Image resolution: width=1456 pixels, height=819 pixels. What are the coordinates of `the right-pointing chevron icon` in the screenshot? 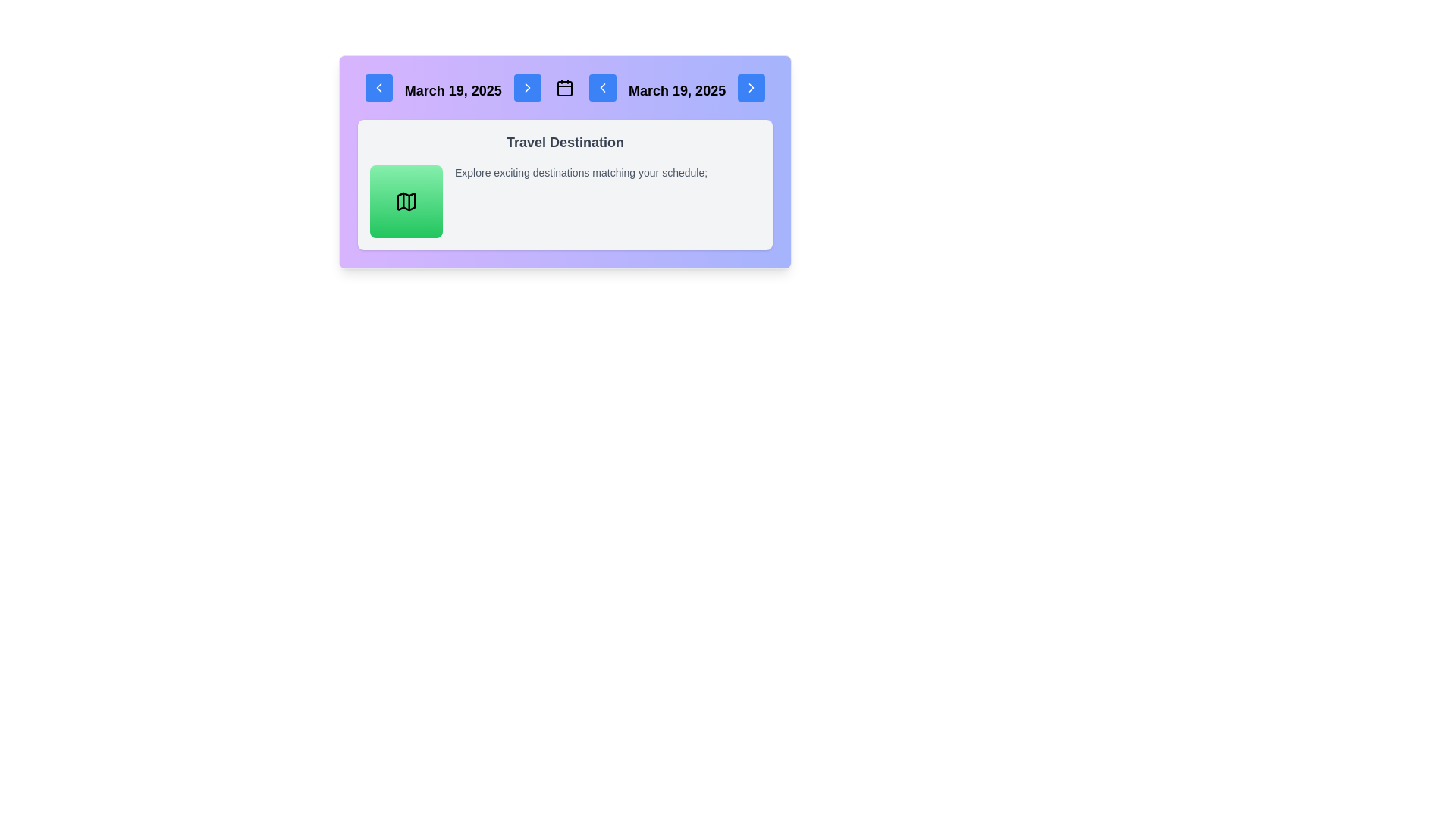 It's located at (752, 87).